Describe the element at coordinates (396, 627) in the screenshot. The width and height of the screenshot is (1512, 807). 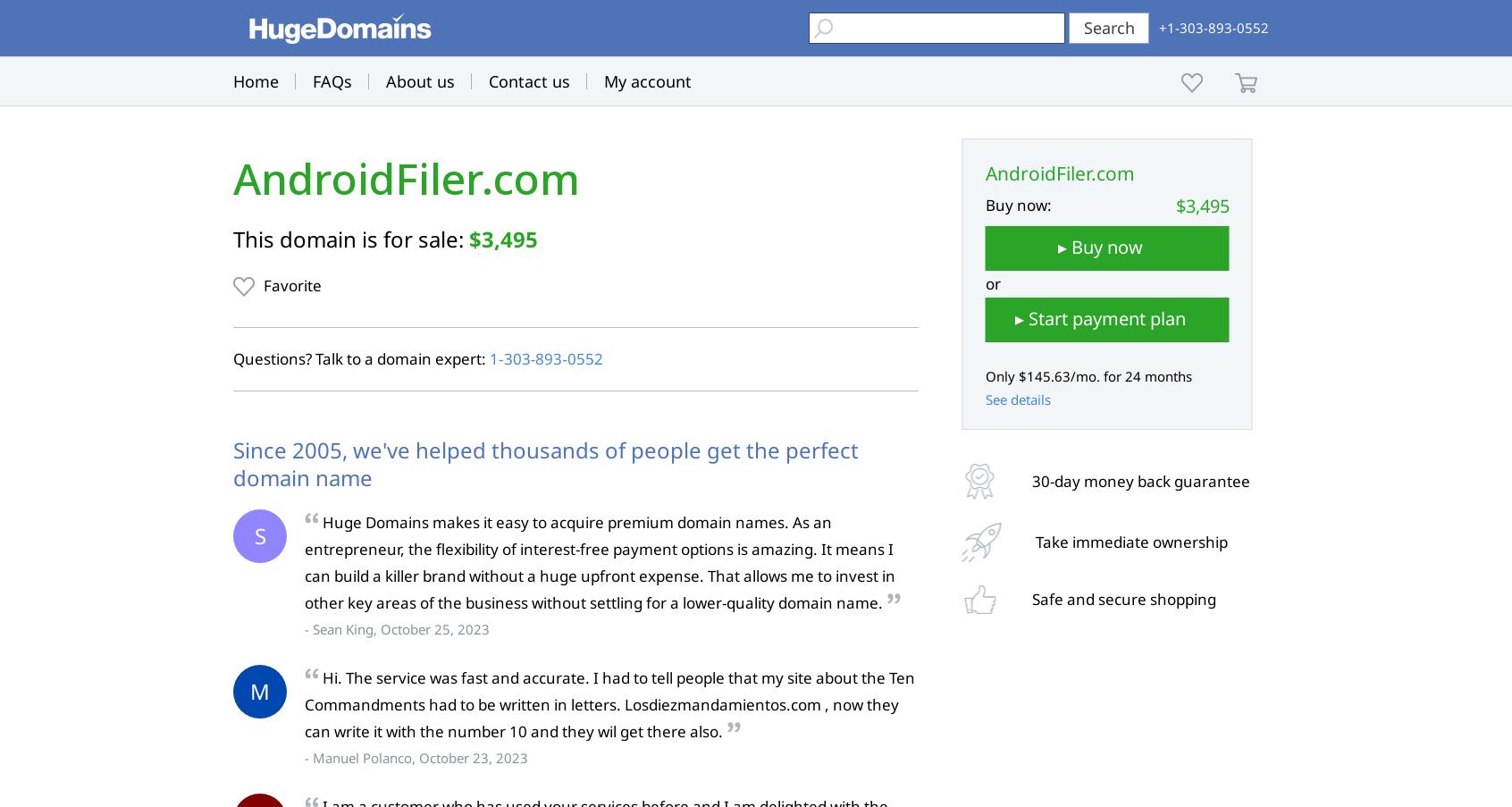
I see `'- Sean King, October 25, 2023'` at that location.